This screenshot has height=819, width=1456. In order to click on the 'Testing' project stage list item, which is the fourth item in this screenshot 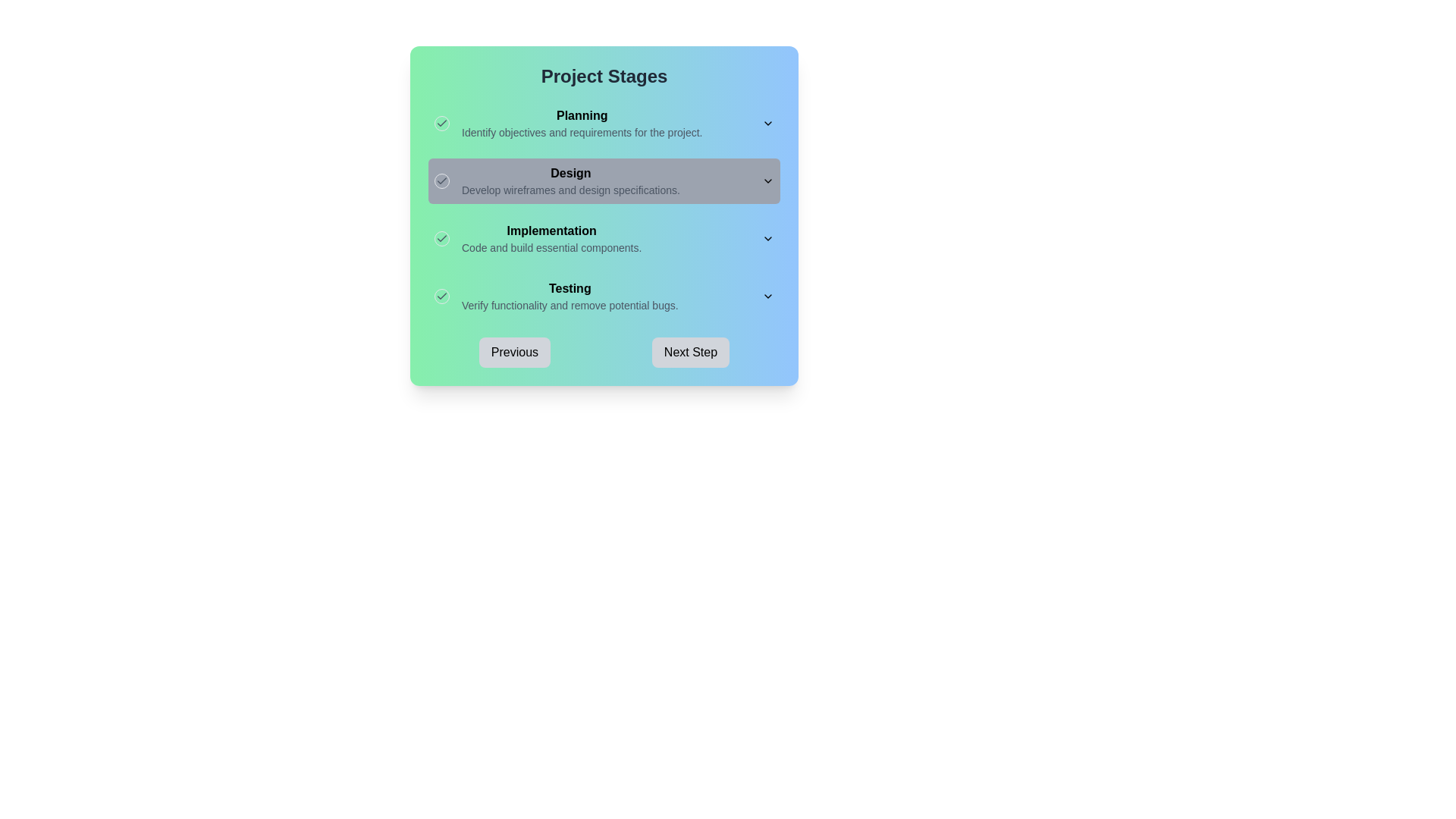, I will do `click(603, 296)`.